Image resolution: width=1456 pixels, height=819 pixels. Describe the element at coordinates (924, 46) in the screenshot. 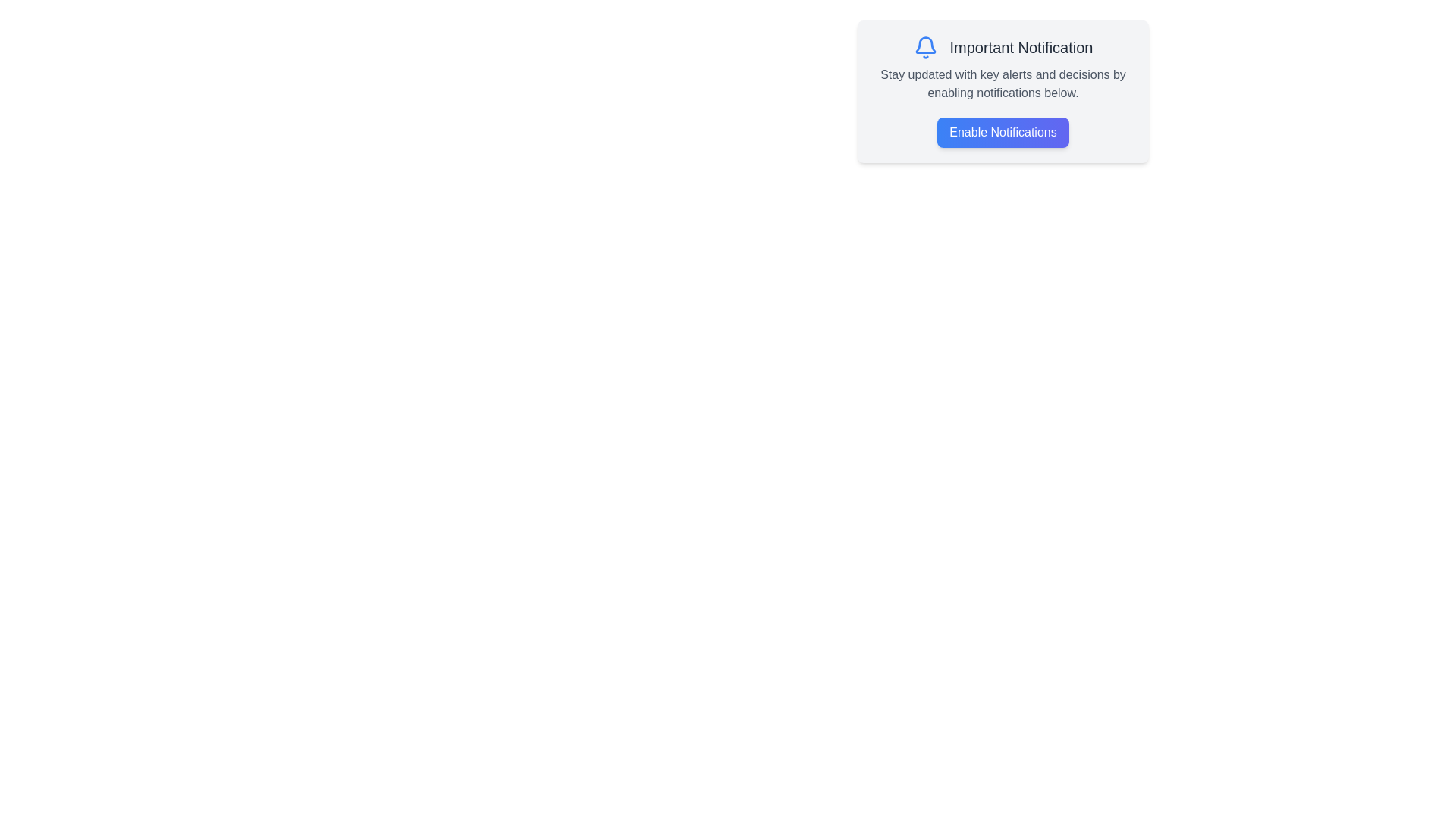

I see `the bell icon, which serves as a notification indicator and is located to the left of the 'Important Notification' text` at that location.